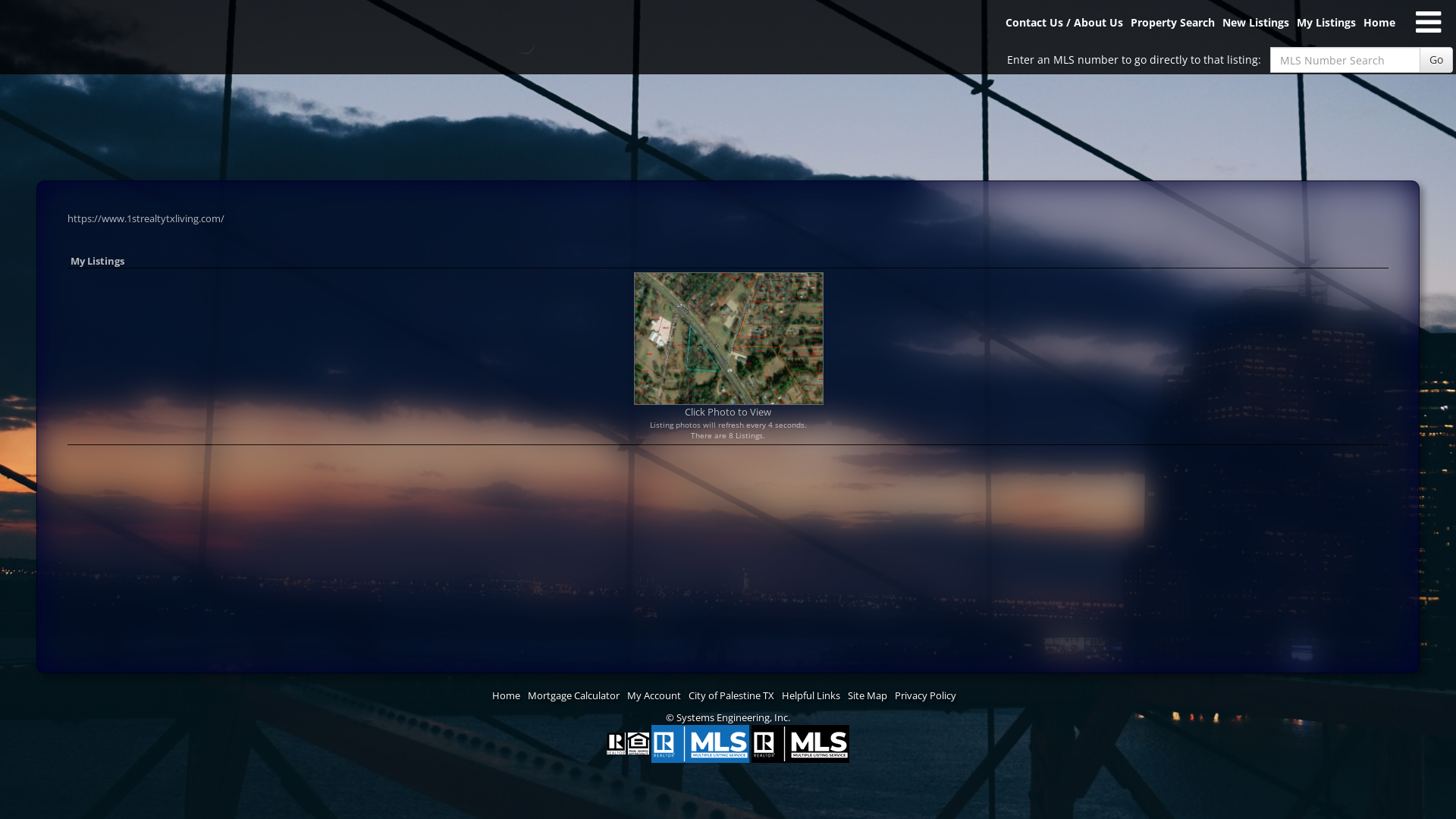 This screenshot has width=1456, height=819. Describe the element at coordinates (687, 695) in the screenshot. I see `'City of Palestine TX'` at that location.